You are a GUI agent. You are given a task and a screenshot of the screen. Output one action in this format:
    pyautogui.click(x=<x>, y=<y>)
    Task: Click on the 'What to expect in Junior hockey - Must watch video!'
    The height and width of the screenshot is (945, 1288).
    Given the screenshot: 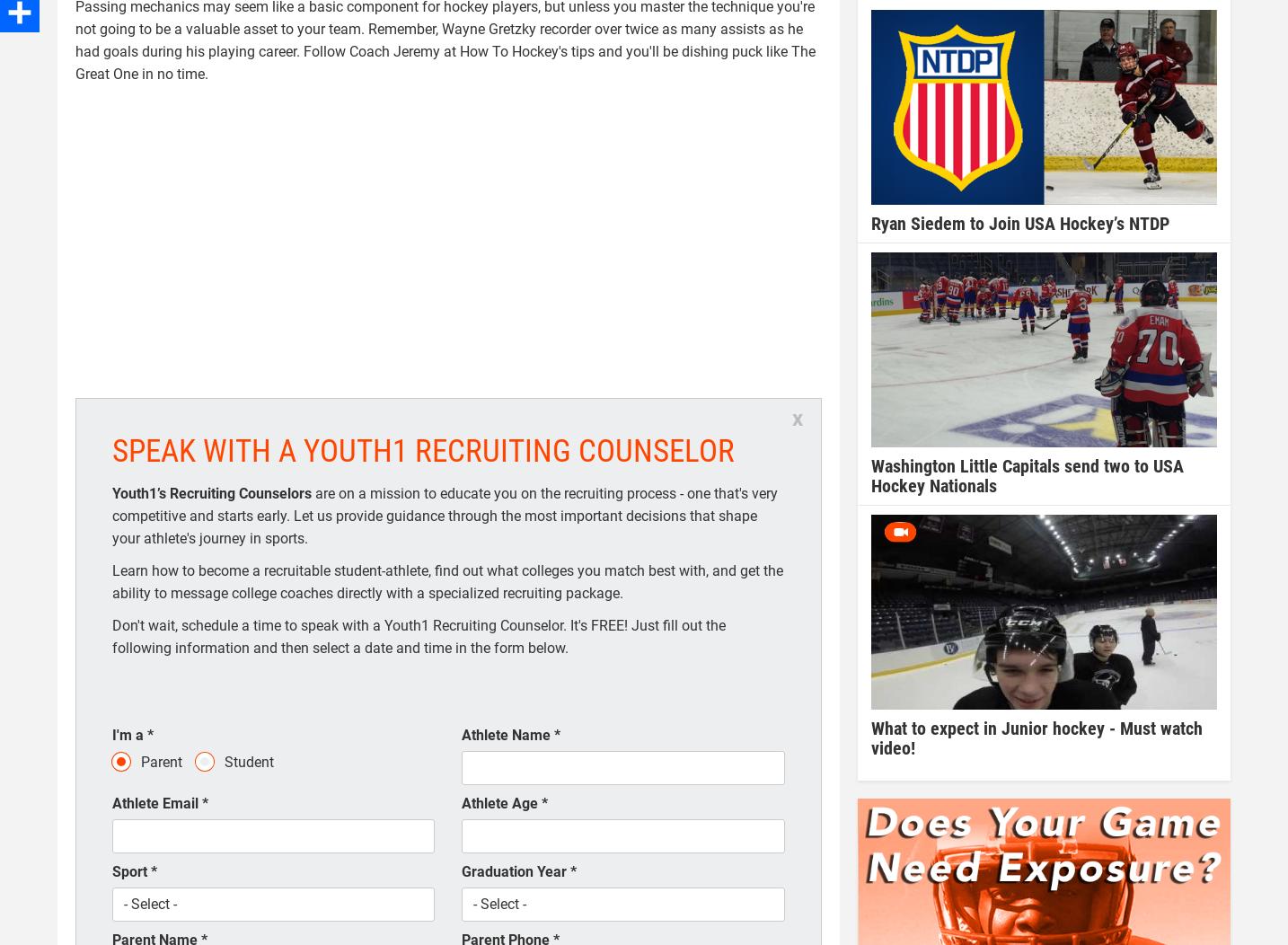 What is the action you would take?
    pyautogui.click(x=1036, y=737)
    